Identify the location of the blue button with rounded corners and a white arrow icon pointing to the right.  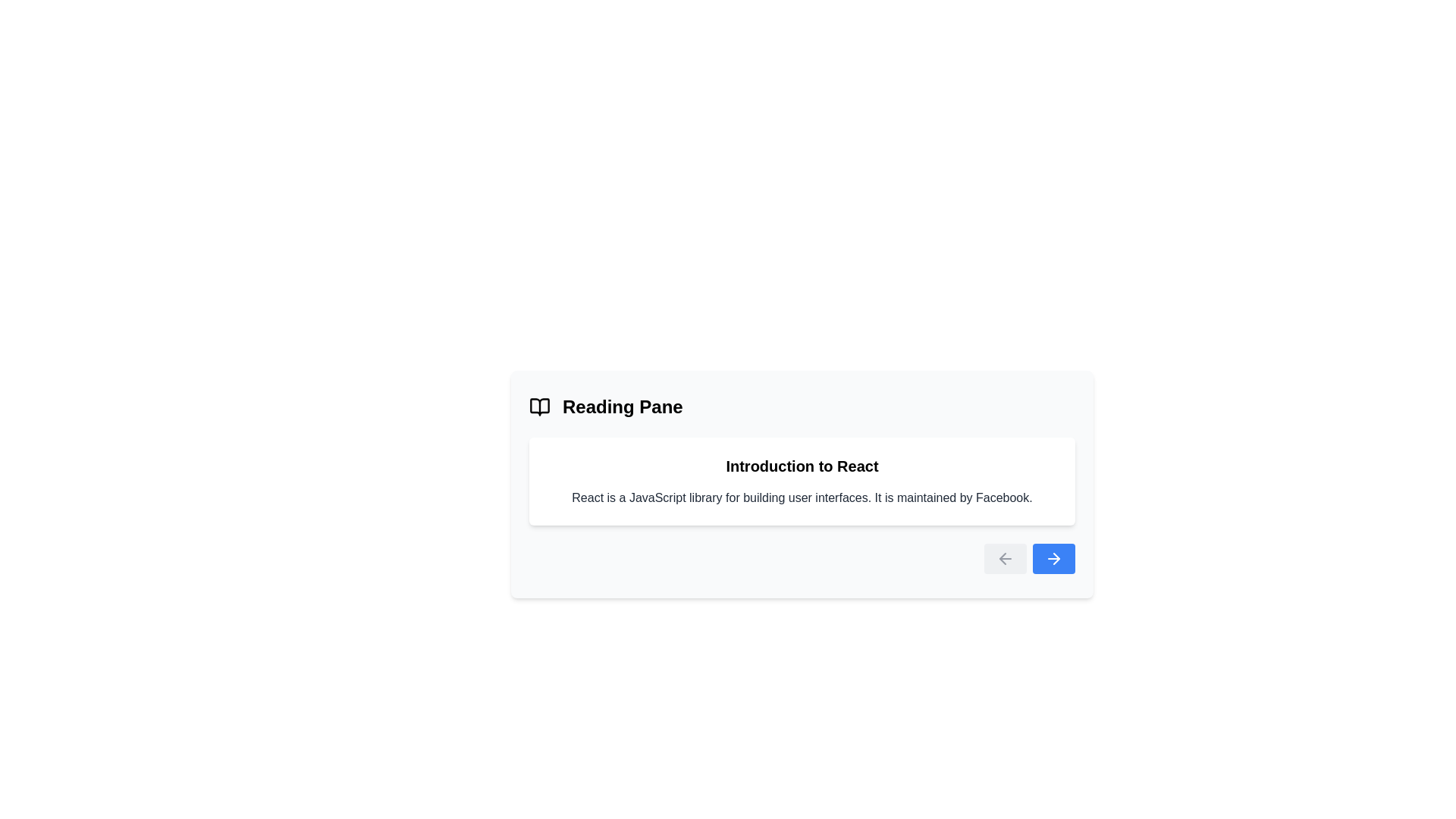
(1053, 558).